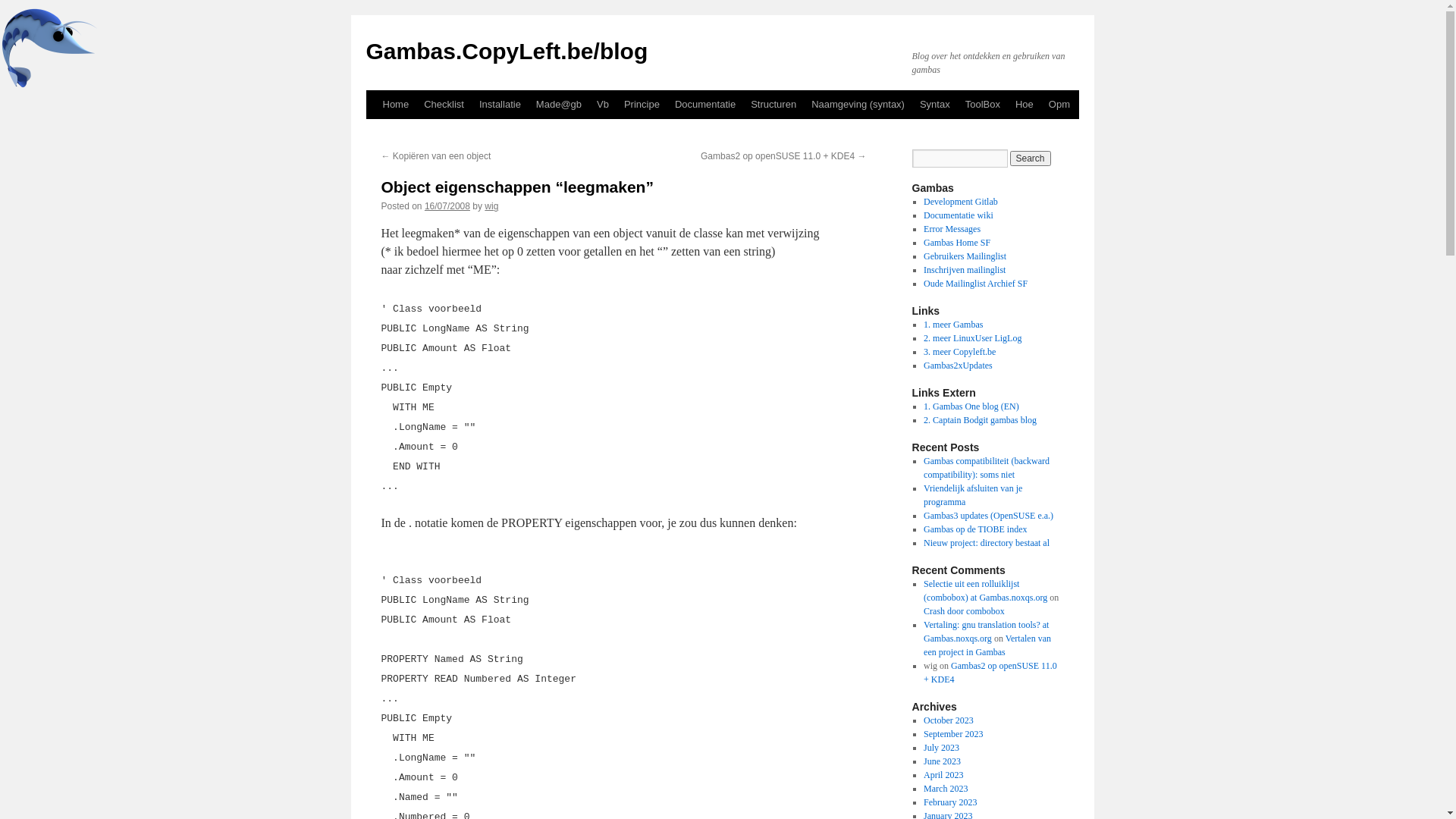 The width and height of the screenshot is (1456, 819). I want to click on 'Inschrijven mailinglist', so click(923, 268).